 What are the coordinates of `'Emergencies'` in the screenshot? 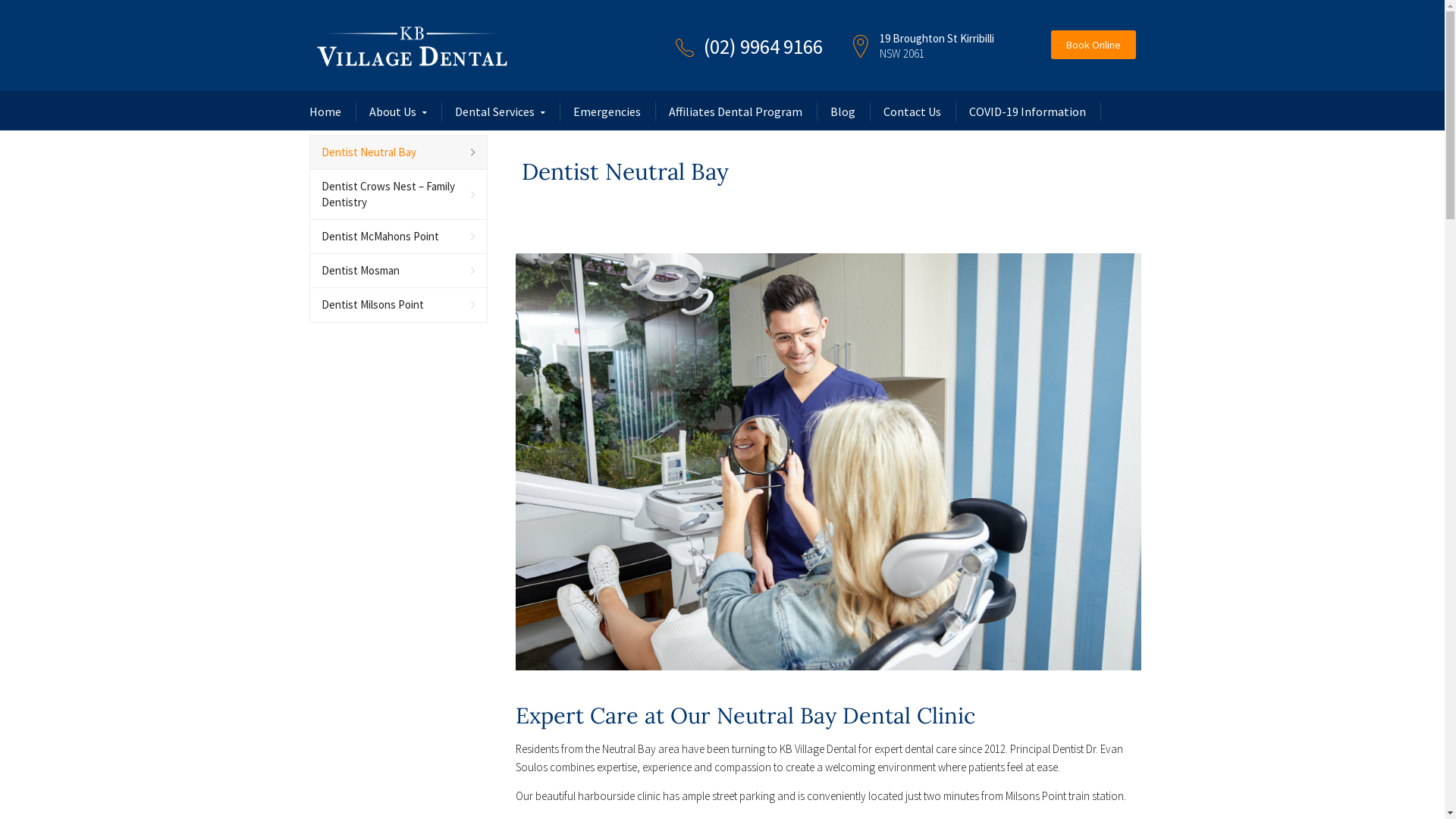 It's located at (572, 110).